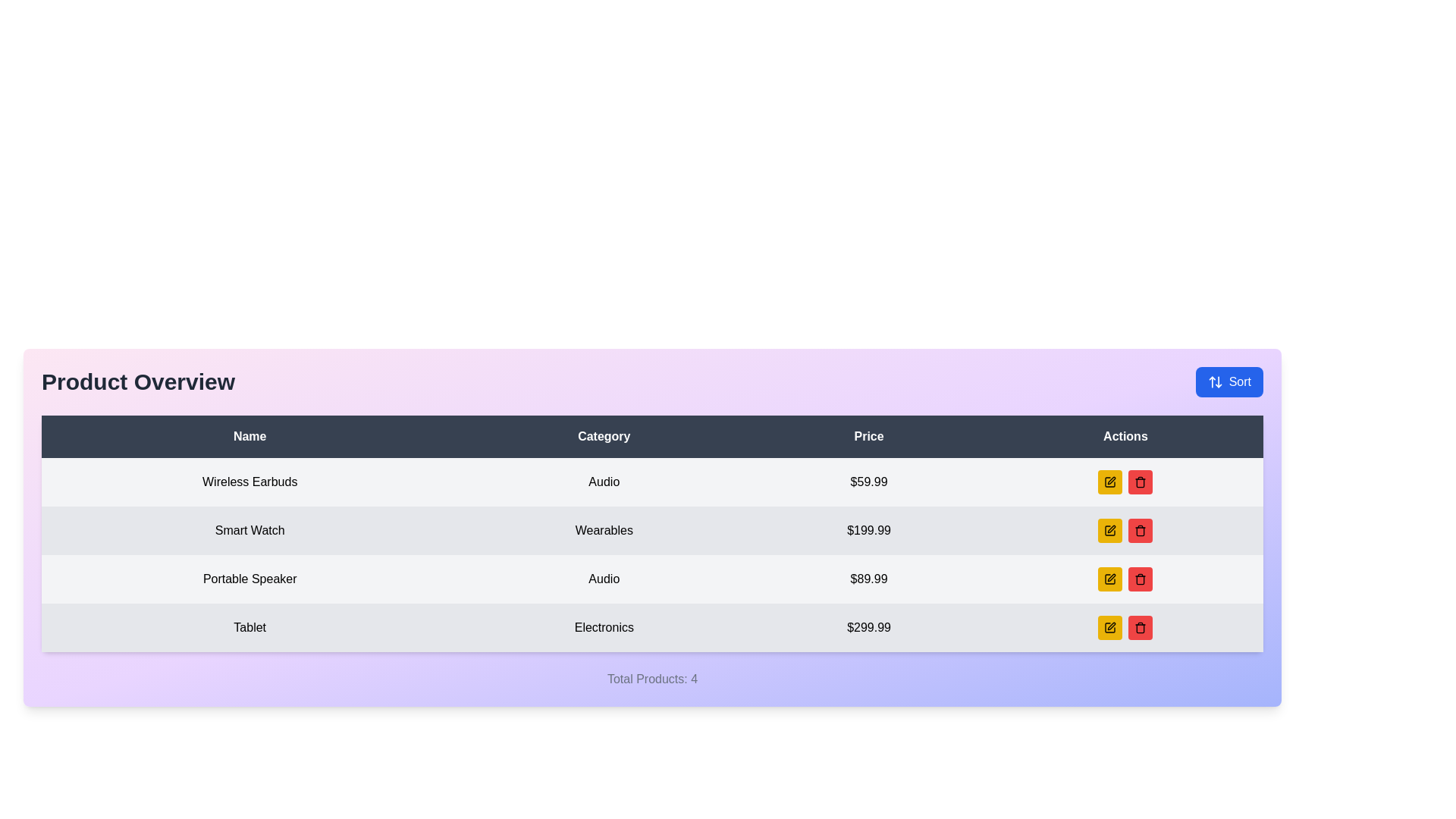 The image size is (1456, 819). I want to click on the 'Edit' button in the 'Actions' column for the 'Portable Speaker' product, so click(1110, 482).